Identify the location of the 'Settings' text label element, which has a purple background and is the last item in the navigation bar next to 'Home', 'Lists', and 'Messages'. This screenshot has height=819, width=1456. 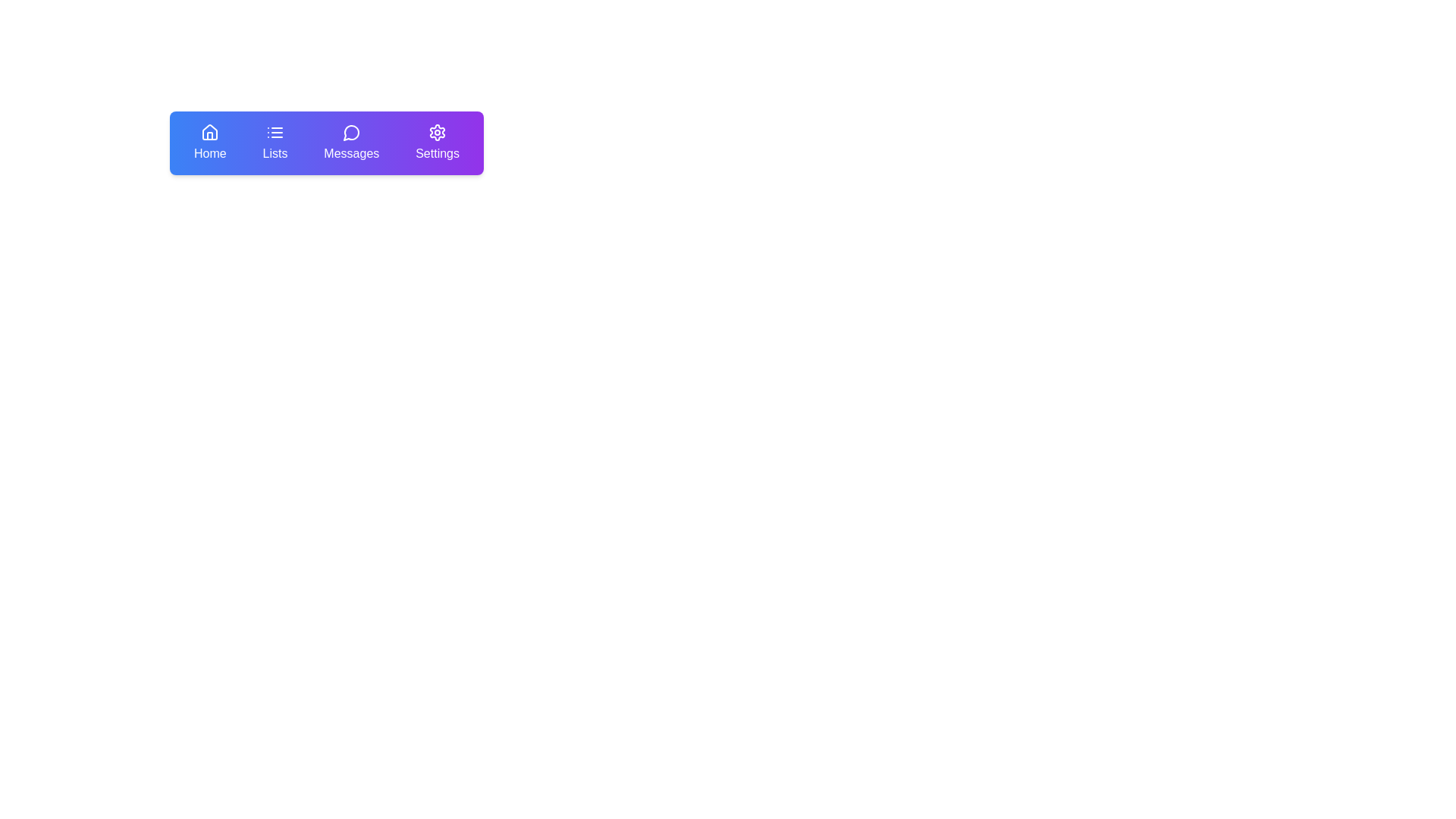
(437, 154).